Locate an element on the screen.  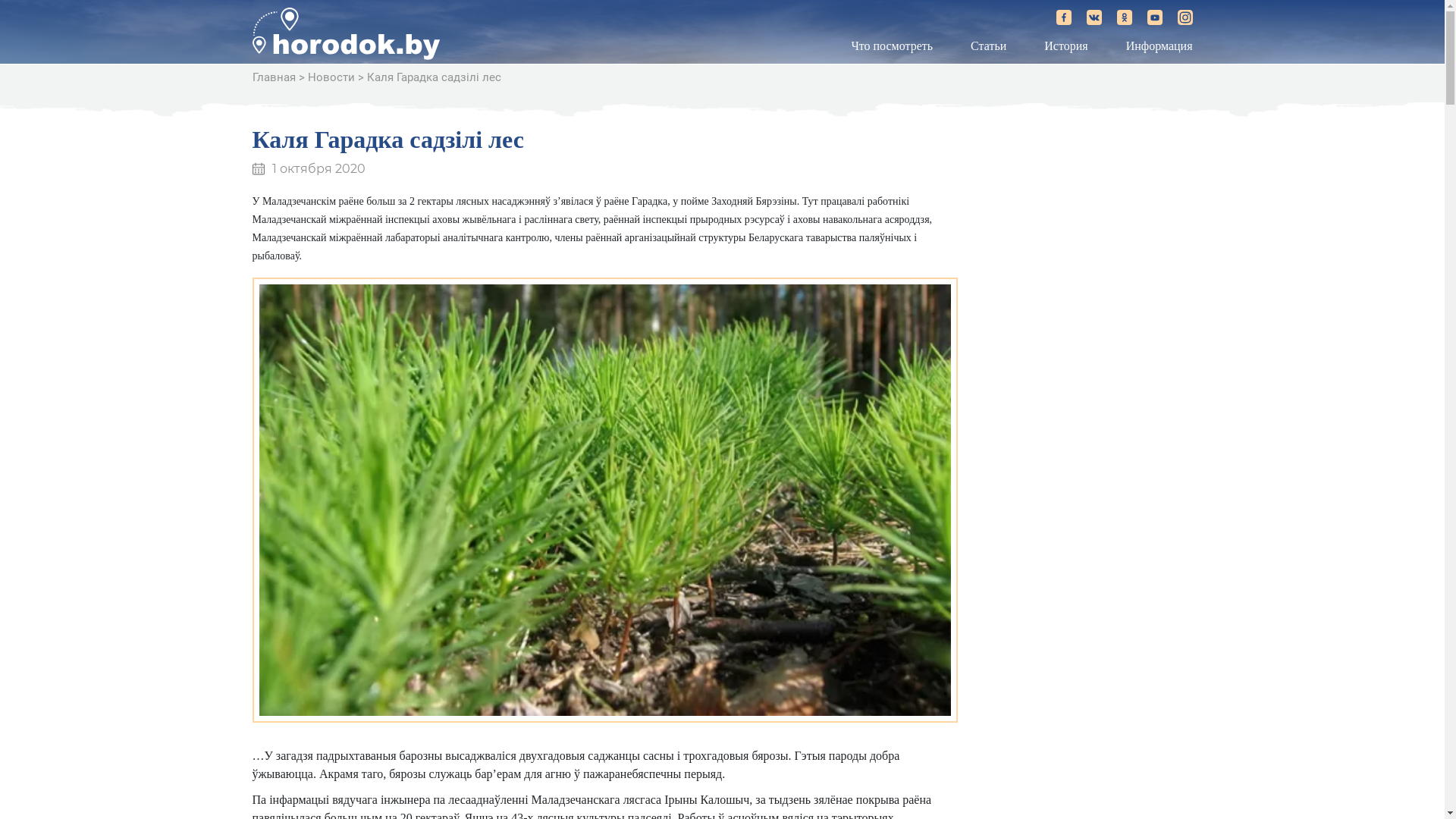
'horodok.by on Vkontakte' is located at coordinates (1084, 17).